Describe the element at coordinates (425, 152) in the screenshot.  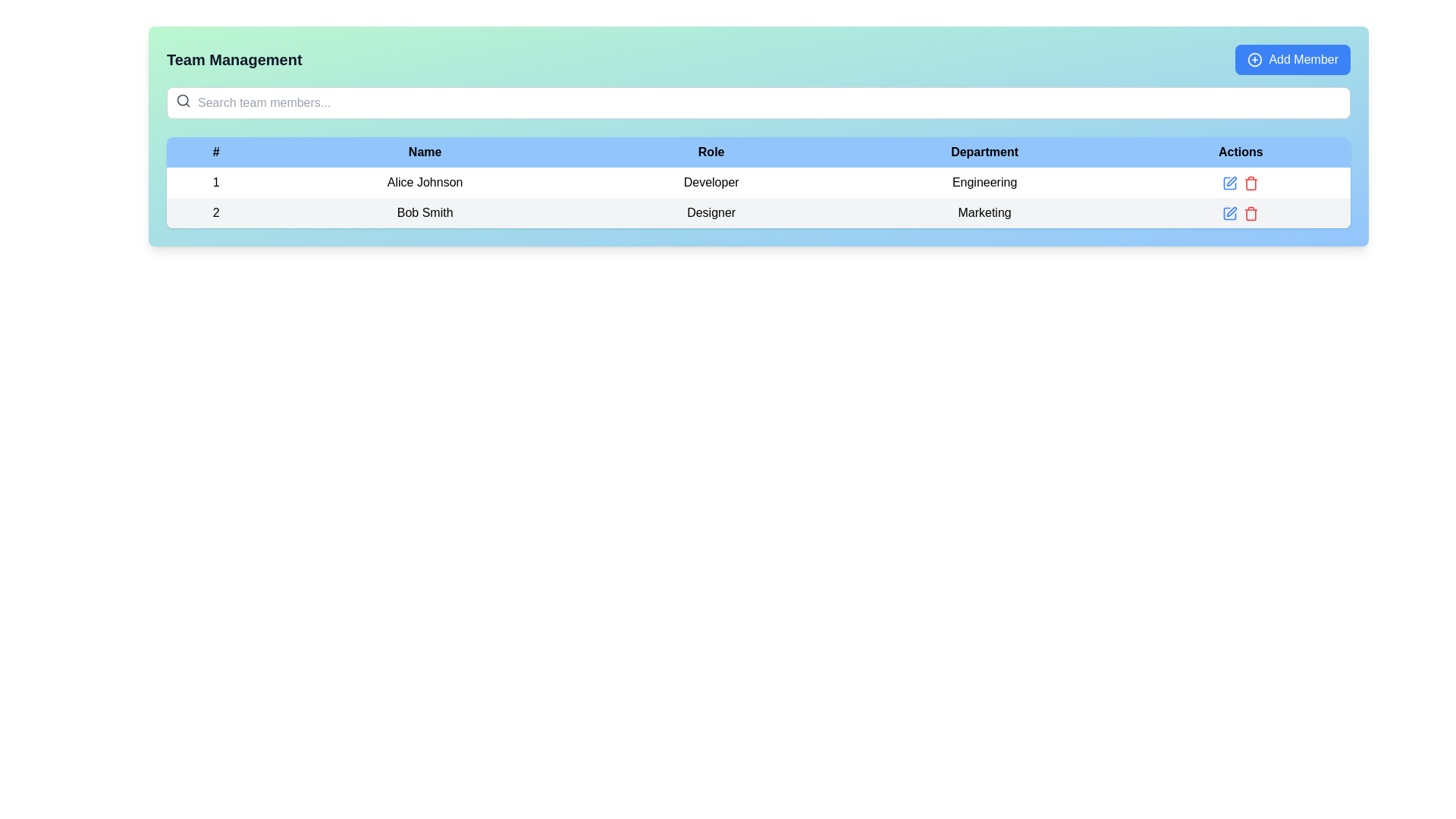
I see `the 'Name' text label in the header bar of the table, which categorizes the corresponding data beneath it` at that location.